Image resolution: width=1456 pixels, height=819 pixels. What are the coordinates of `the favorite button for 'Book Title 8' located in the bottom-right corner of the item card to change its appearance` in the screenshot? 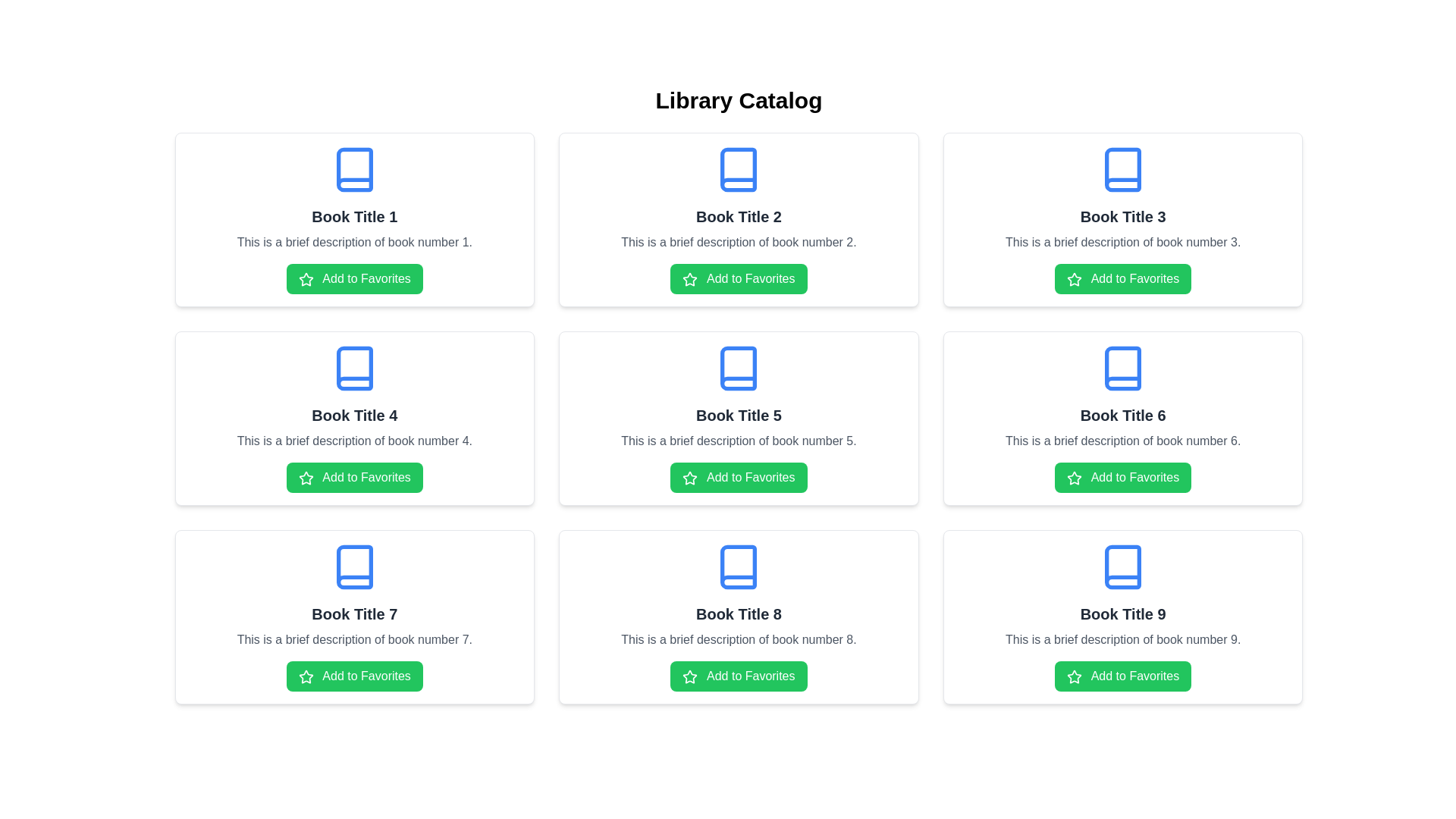 It's located at (739, 675).